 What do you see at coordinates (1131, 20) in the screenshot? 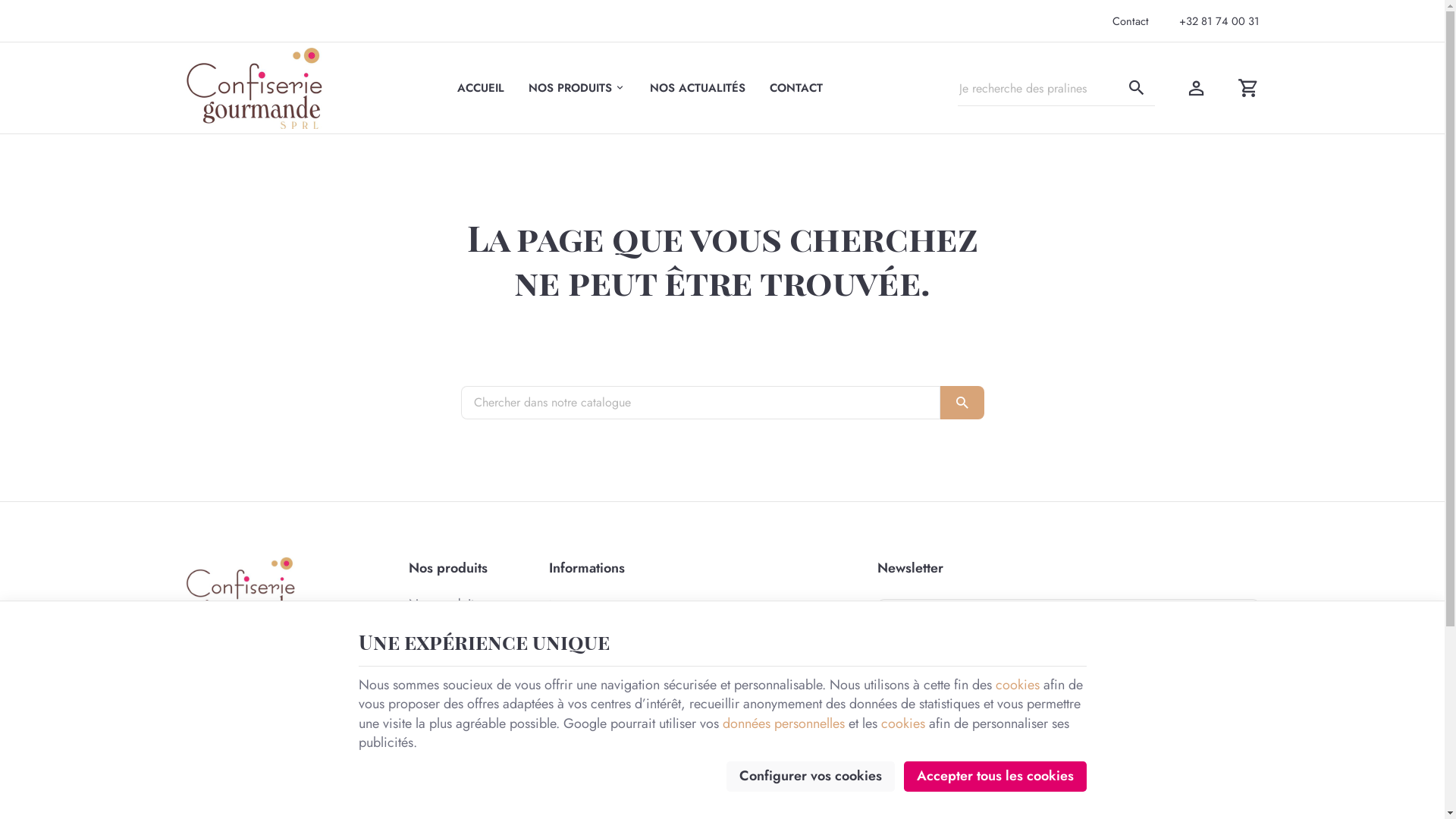
I see `'Contact'` at bounding box center [1131, 20].